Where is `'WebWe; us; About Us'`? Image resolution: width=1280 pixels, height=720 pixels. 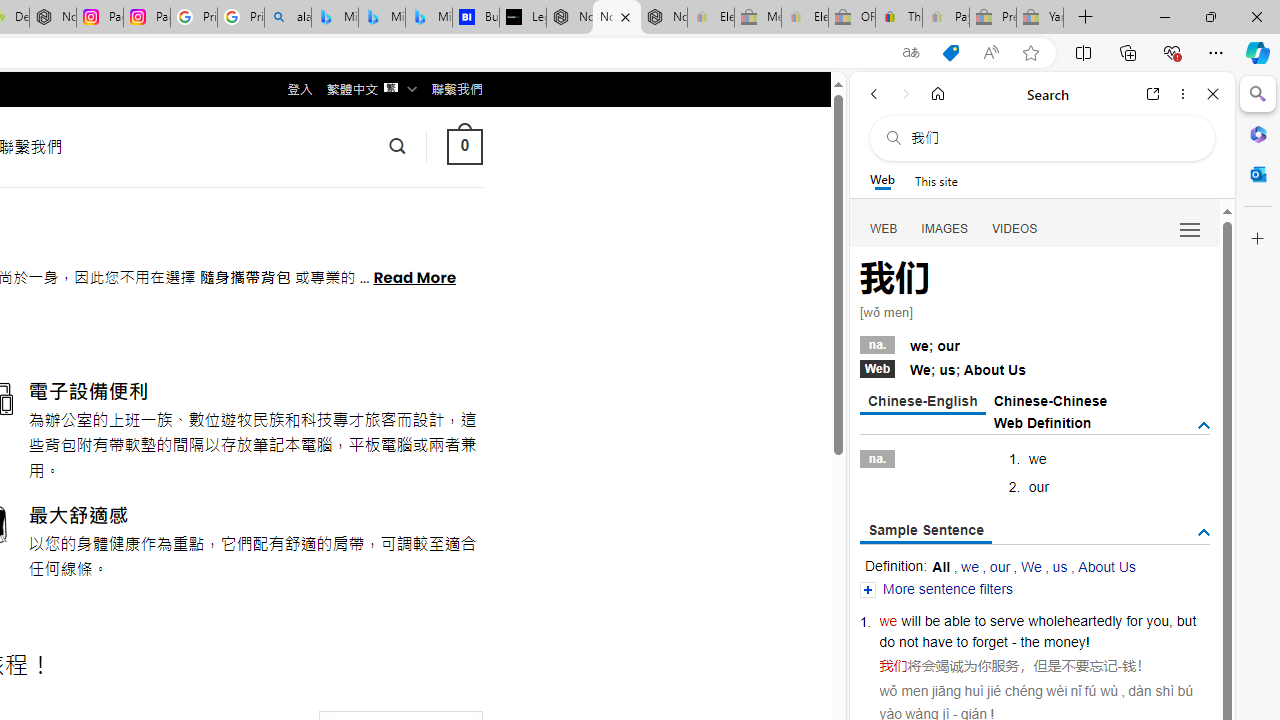
'WebWe; us; About Us' is located at coordinates (1034, 367).